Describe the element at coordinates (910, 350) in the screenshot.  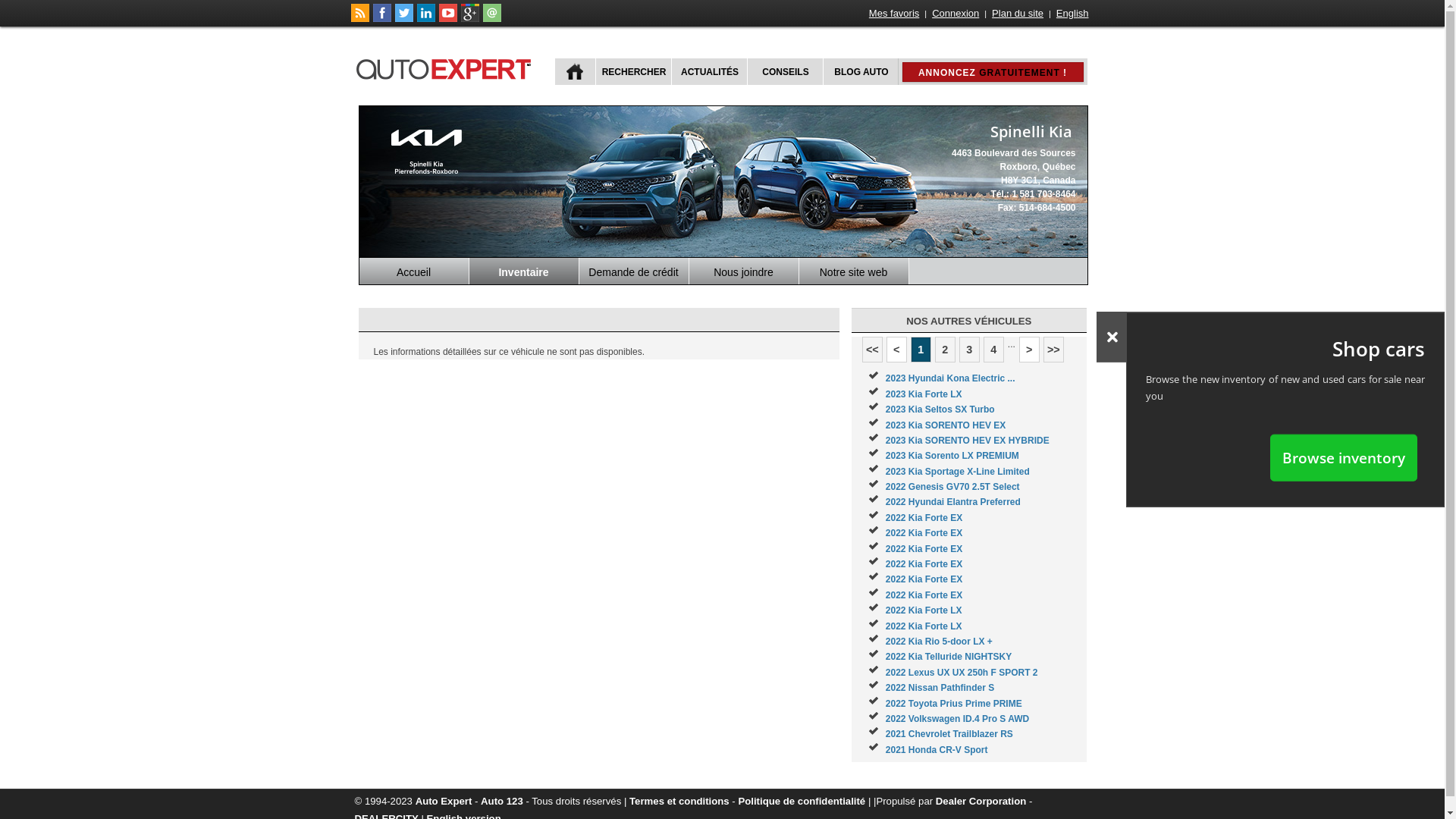
I see `'1'` at that location.